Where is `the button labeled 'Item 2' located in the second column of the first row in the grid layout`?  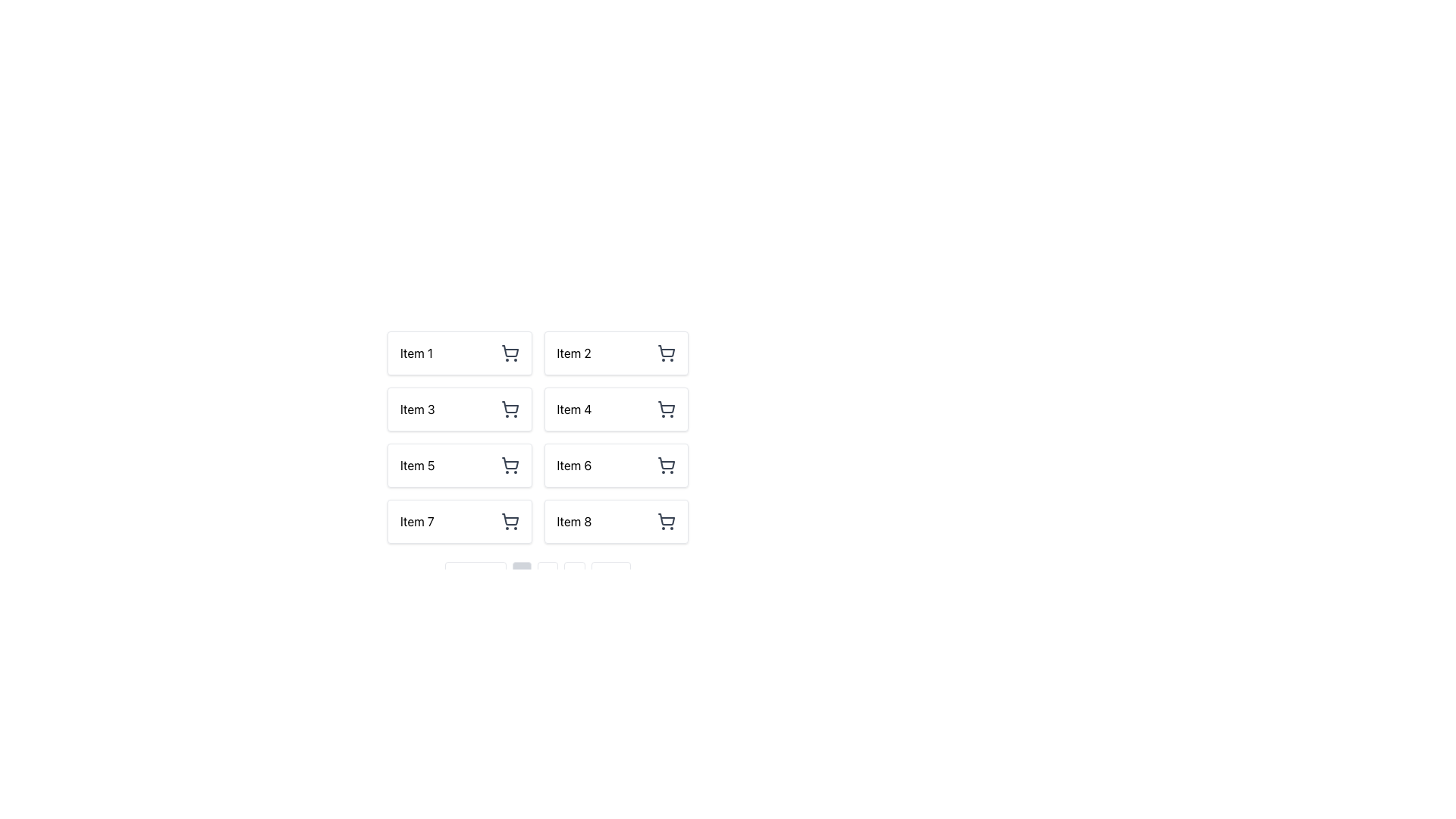
the button labeled 'Item 2' located in the second column of the first row in the grid layout is located at coordinates (616, 353).